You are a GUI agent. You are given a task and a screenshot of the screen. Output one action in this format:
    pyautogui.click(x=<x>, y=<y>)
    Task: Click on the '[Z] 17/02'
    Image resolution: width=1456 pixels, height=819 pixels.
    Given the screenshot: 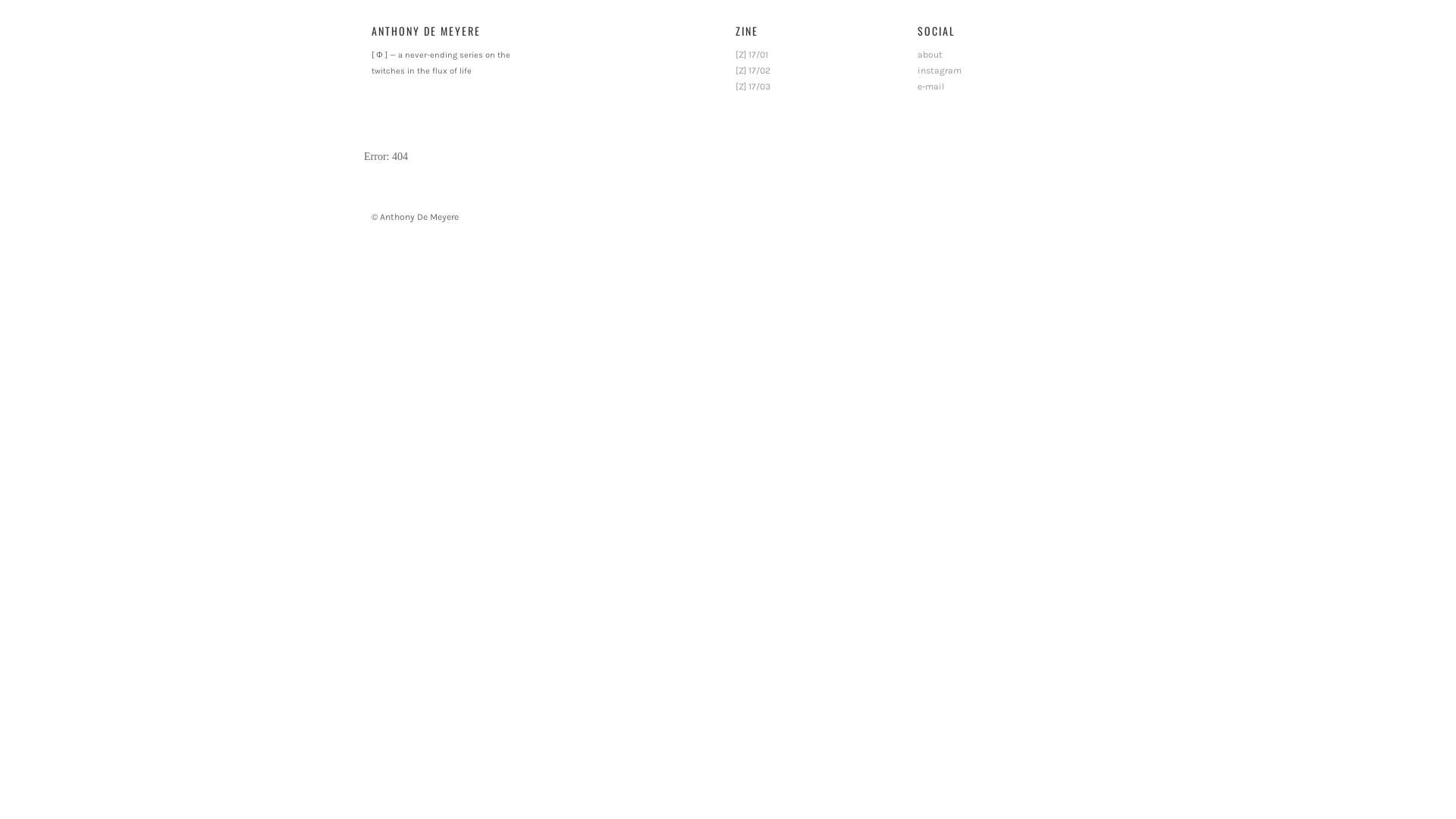 What is the action you would take?
    pyautogui.click(x=753, y=70)
    